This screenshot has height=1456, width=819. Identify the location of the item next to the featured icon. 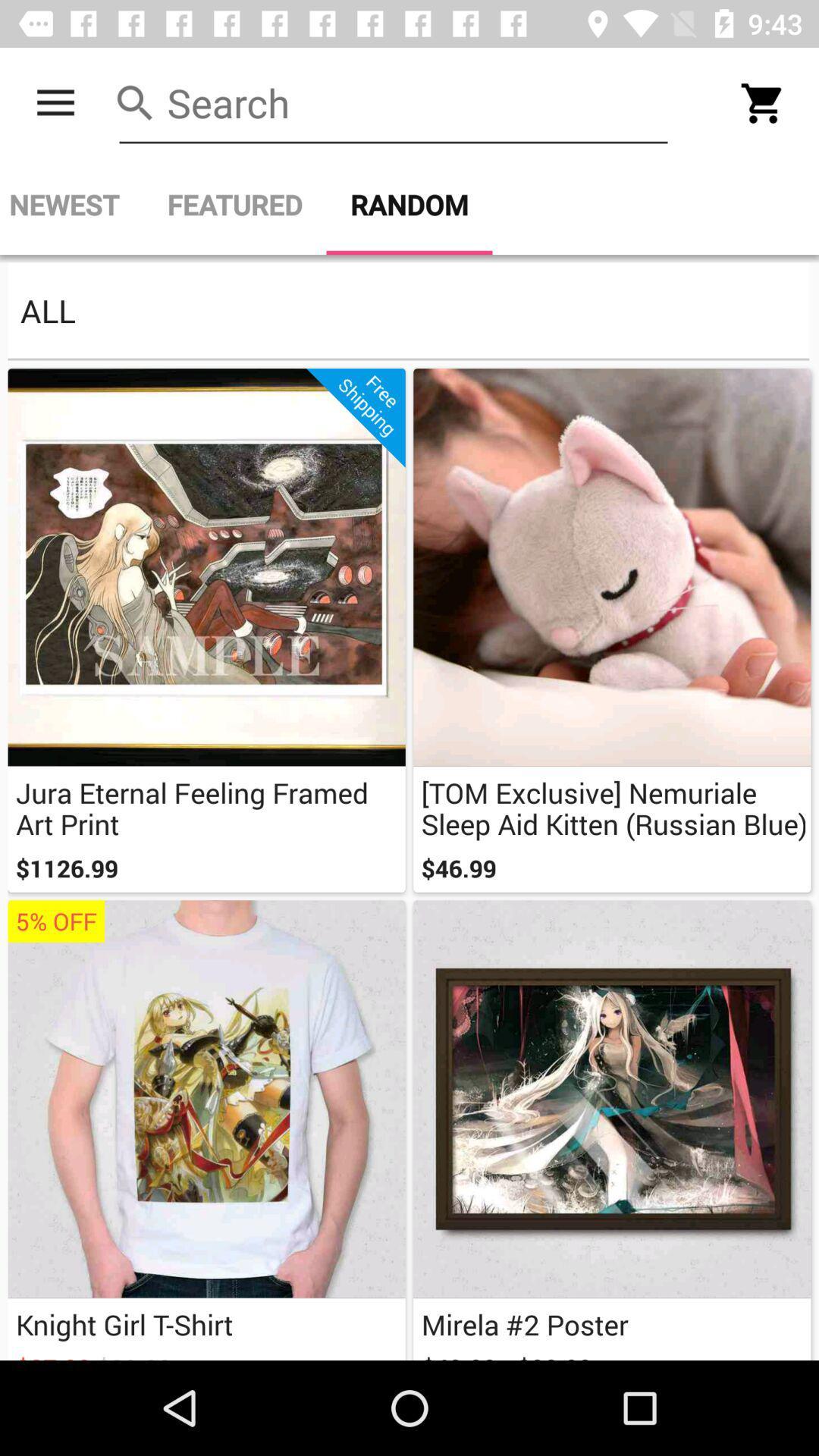
(71, 204).